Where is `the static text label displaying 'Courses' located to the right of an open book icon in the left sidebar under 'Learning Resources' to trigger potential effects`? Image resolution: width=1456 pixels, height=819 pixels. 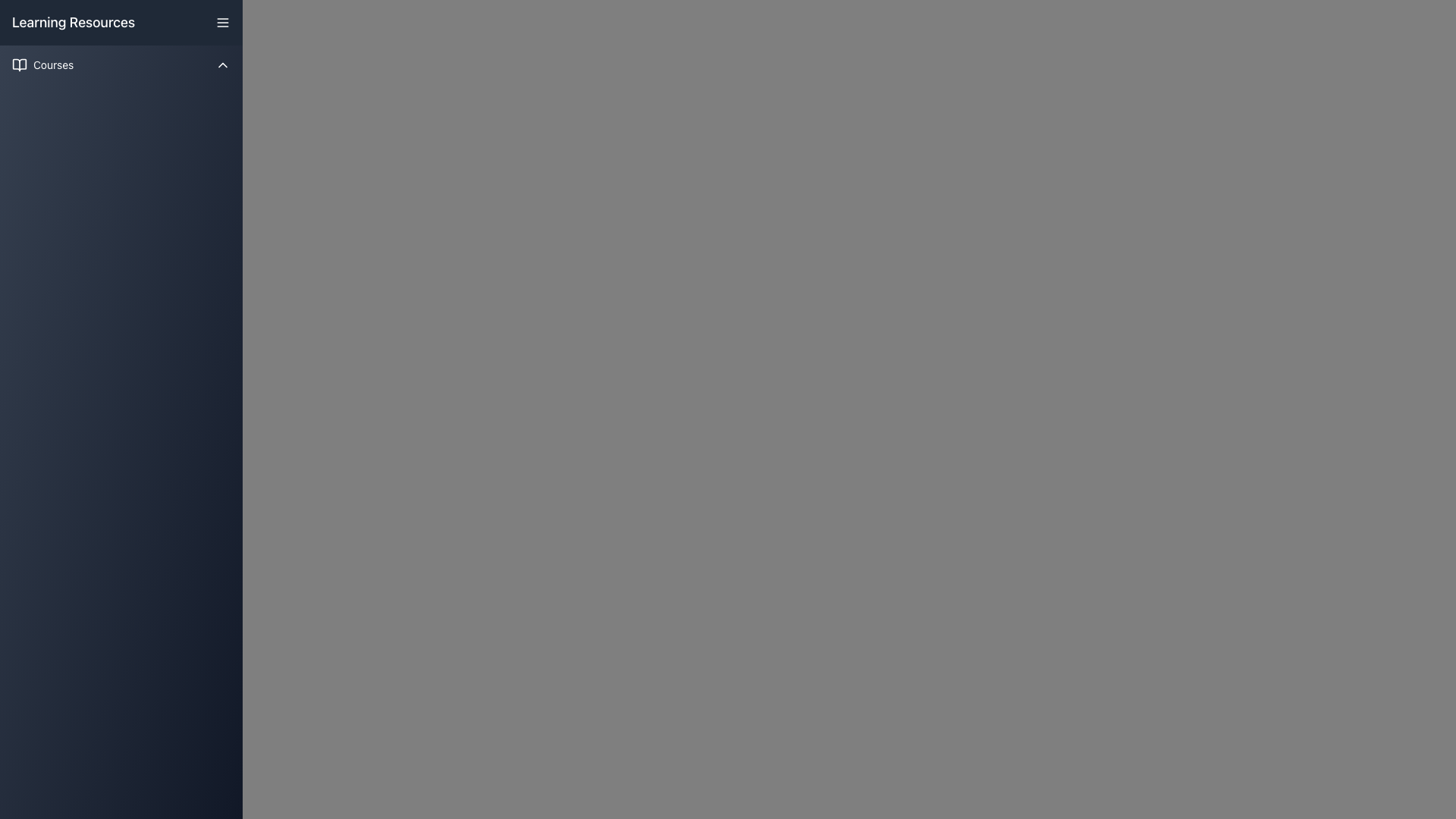 the static text label displaying 'Courses' located to the right of an open book icon in the left sidebar under 'Learning Resources' to trigger potential effects is located at coordinates (53, 64).